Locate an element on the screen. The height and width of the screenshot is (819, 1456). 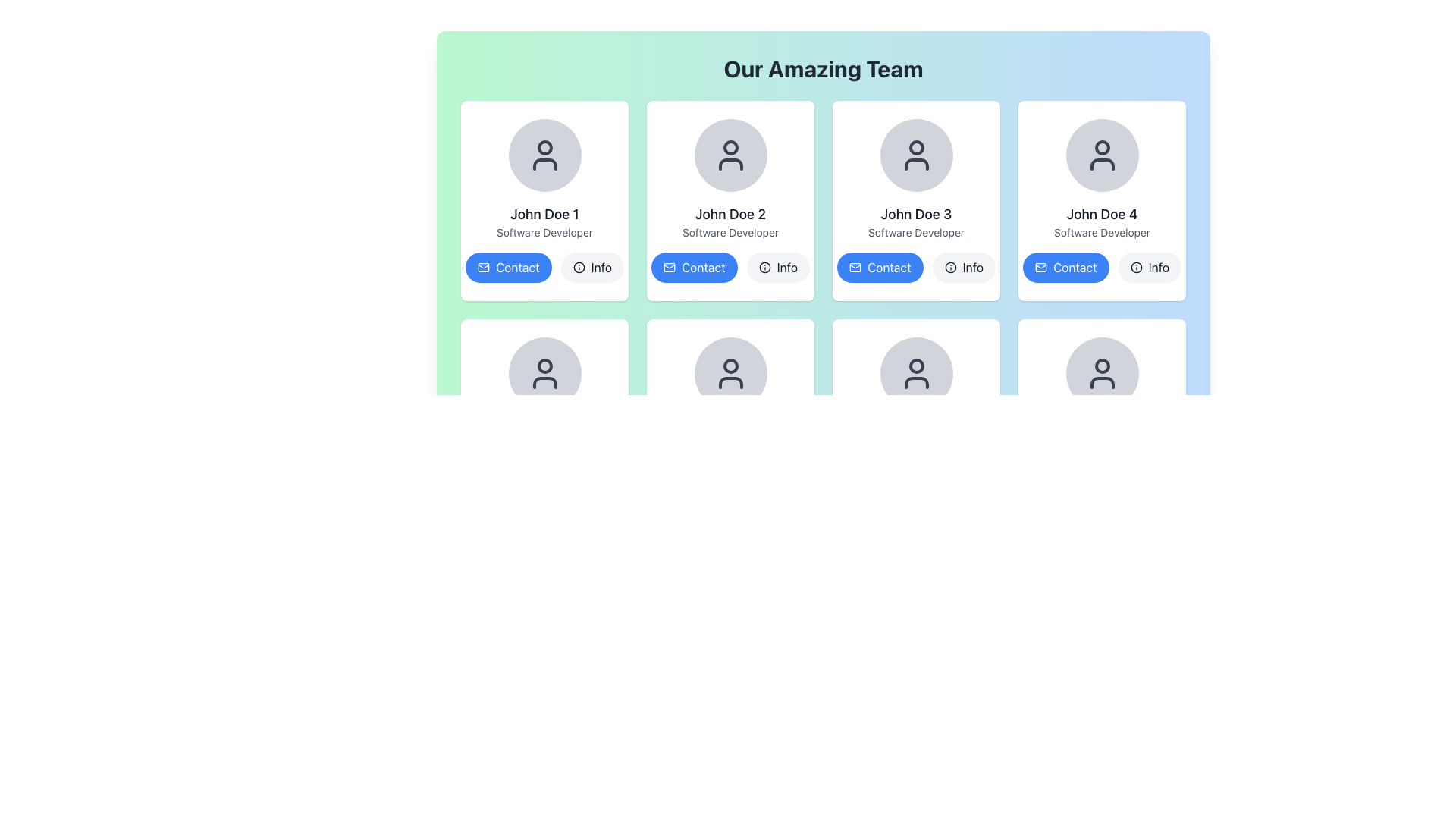
the image placeholder representing the user profile picture for 'John Doe 4', located in the top row of profile cards, specifically in the fourth card from the left is located at coordinates (1102, 155).